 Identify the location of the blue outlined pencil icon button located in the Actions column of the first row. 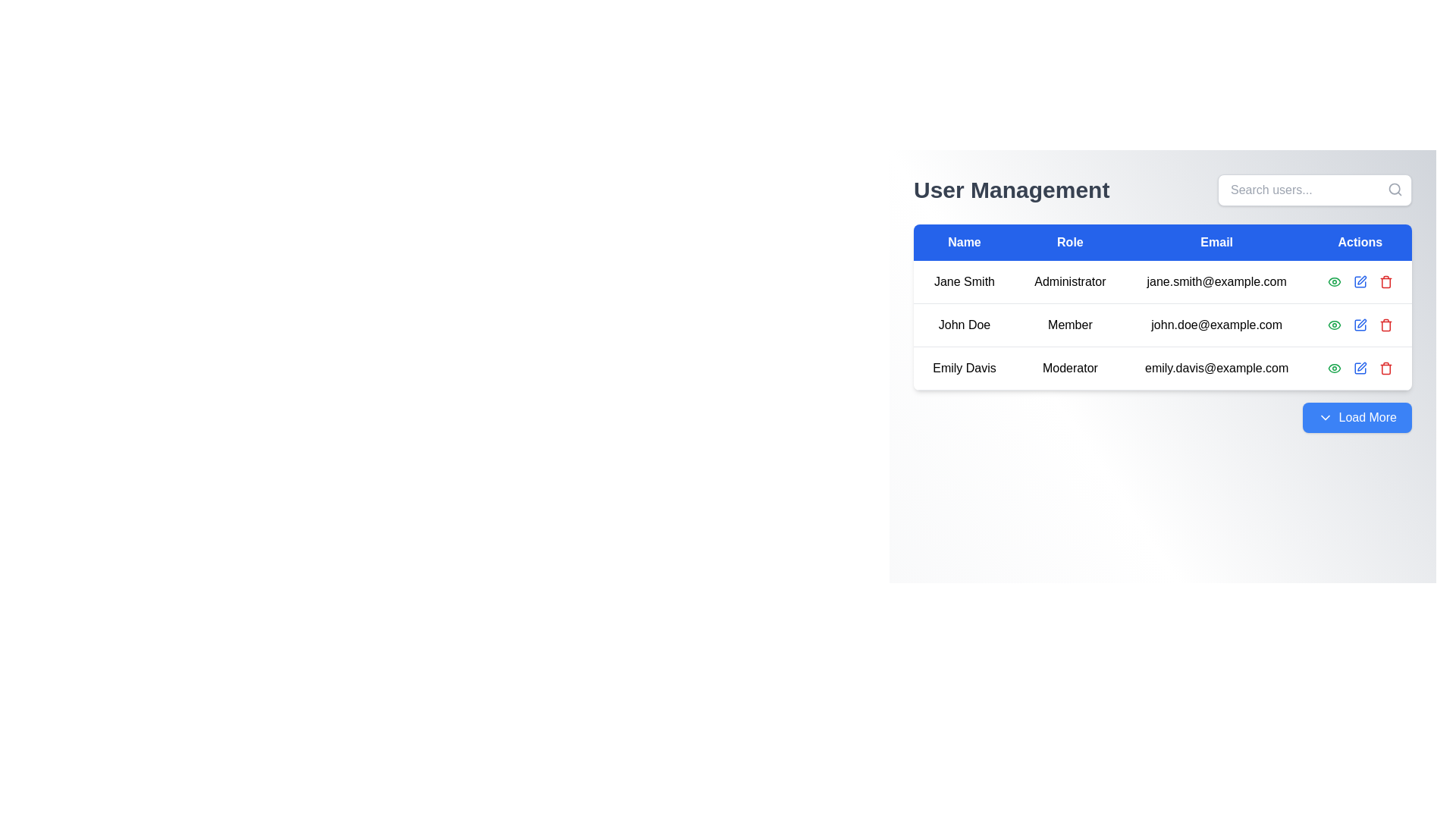
(1360, 281).